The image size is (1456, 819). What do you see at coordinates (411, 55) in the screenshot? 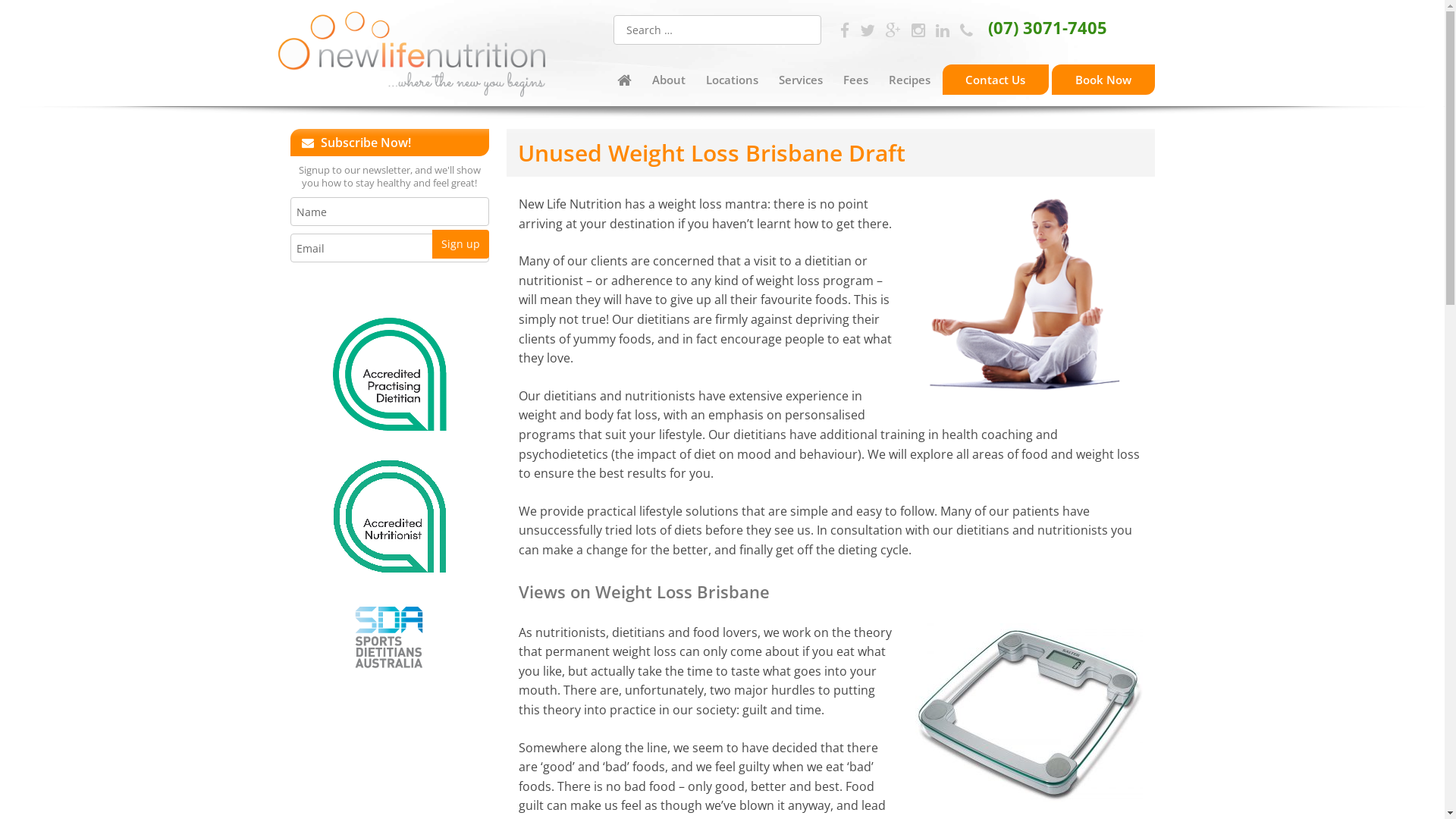
I see `'New Life Nutrition'` at bounding box center [411, 55].